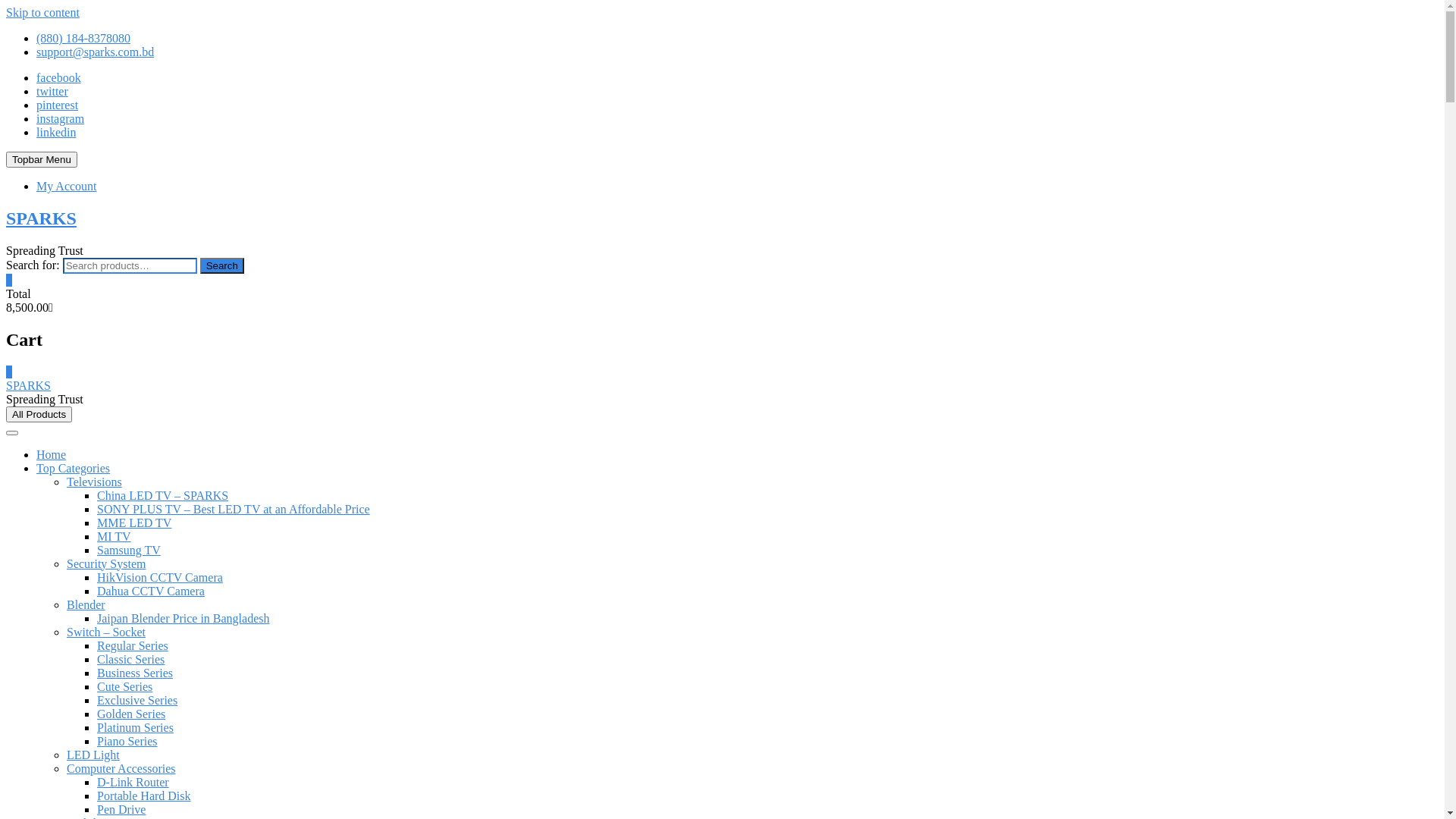 Image resolution: width=1456 pixels, height=819 pixels. I want to click on 'support@sparks.com.bd', so click(94, 51).